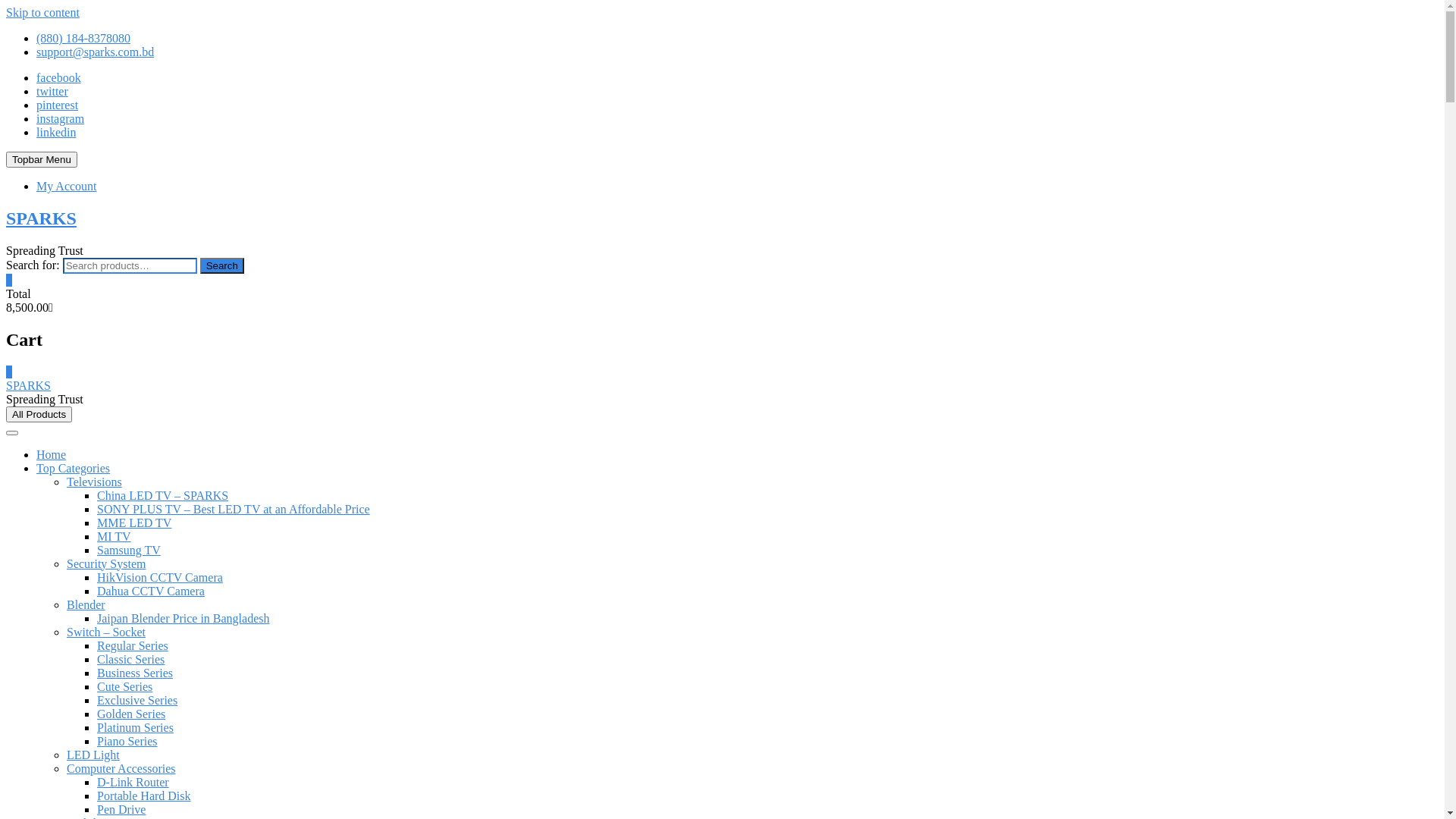 Image resolution: width=1456 pixels, height=819 pixels. I want to click on 'support@sparks.com.bd', so click(94, 51).